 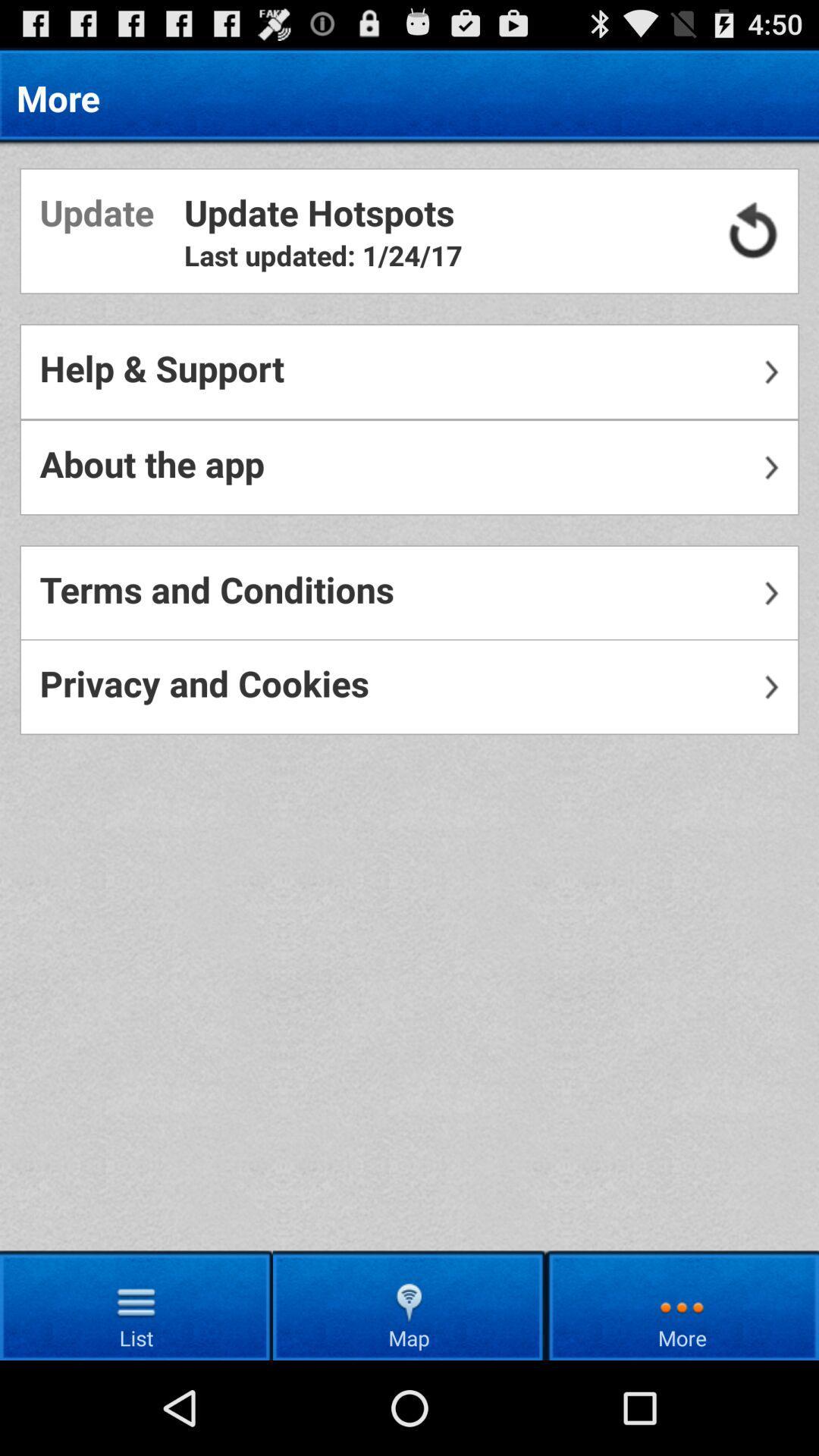 What do you see at coordinates (409, 592) in the screenshot?
I see `icon below the about the app` at bounding box center [409, 592].